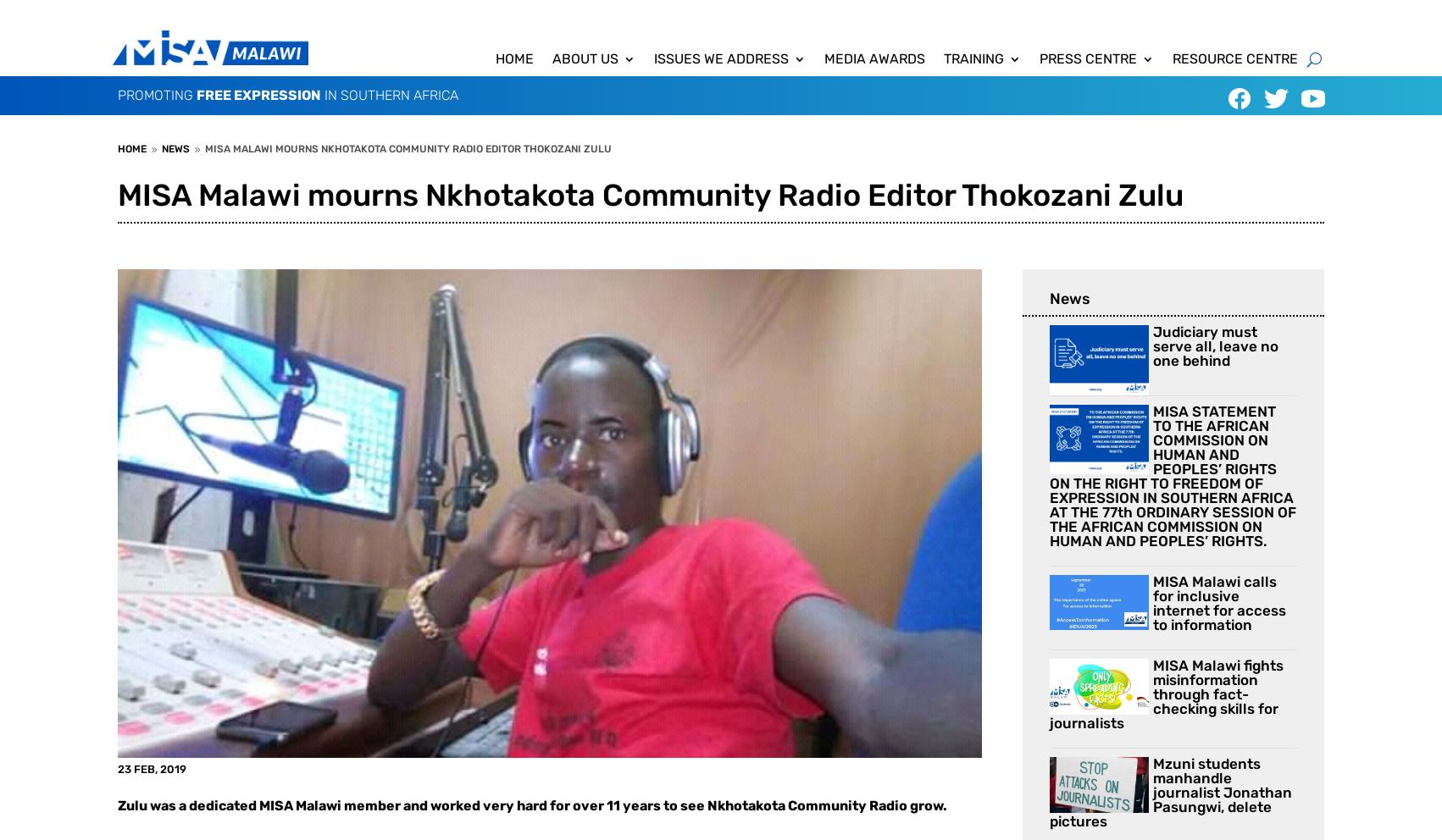 The width and height of the screenshot is (1442, 840). Describe the element at coordinates (1059, 161) in the screenshot. I see `'MISA Malawi publications'` at that location.